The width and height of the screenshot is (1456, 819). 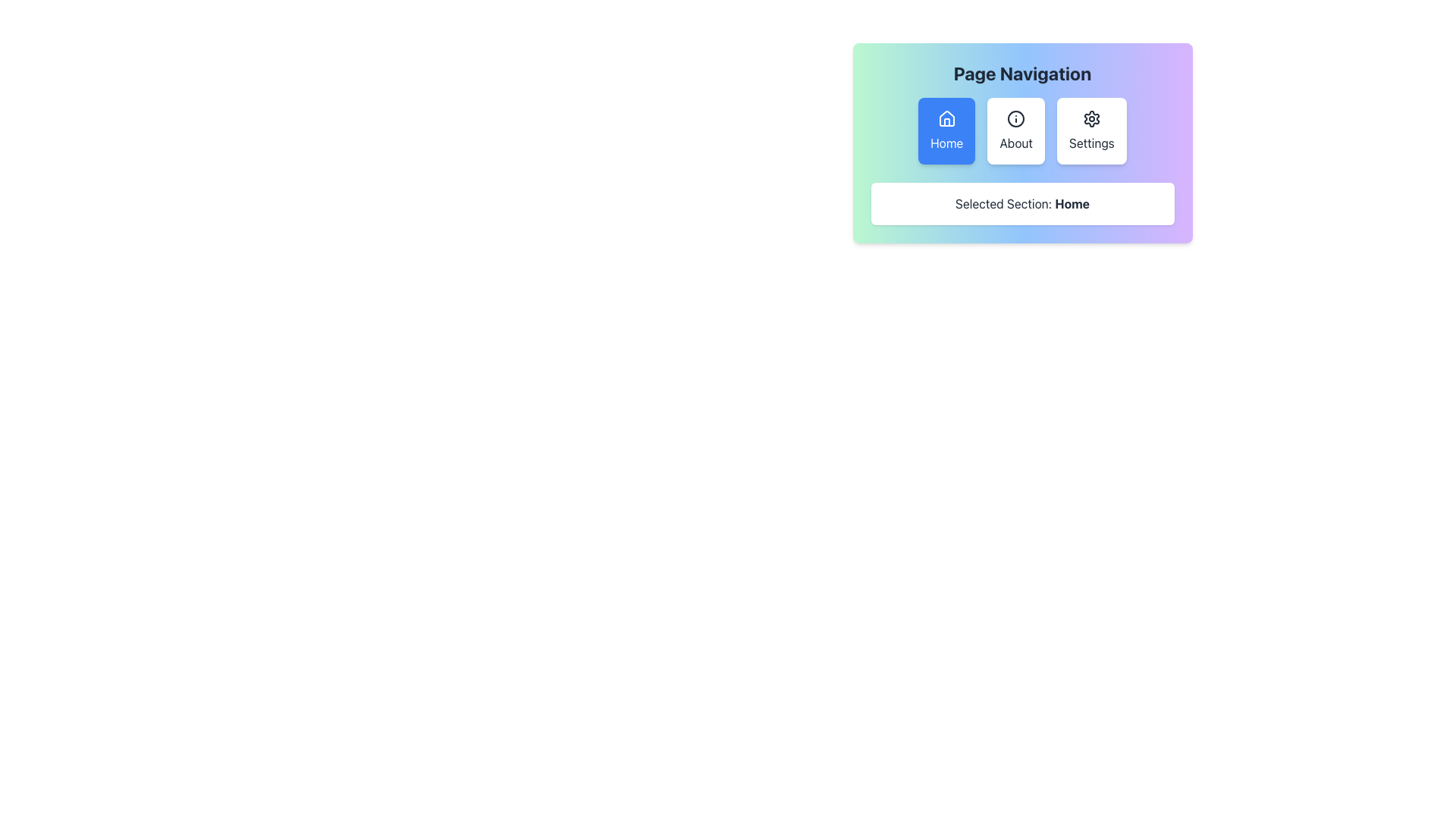 What do you see at coordinates (946, 121) in the screenshot?
I see `the vertical line of the 'Home' button, which is part of the house icon located in the 'Page Navigation' section` at bounding box center [946, 121].